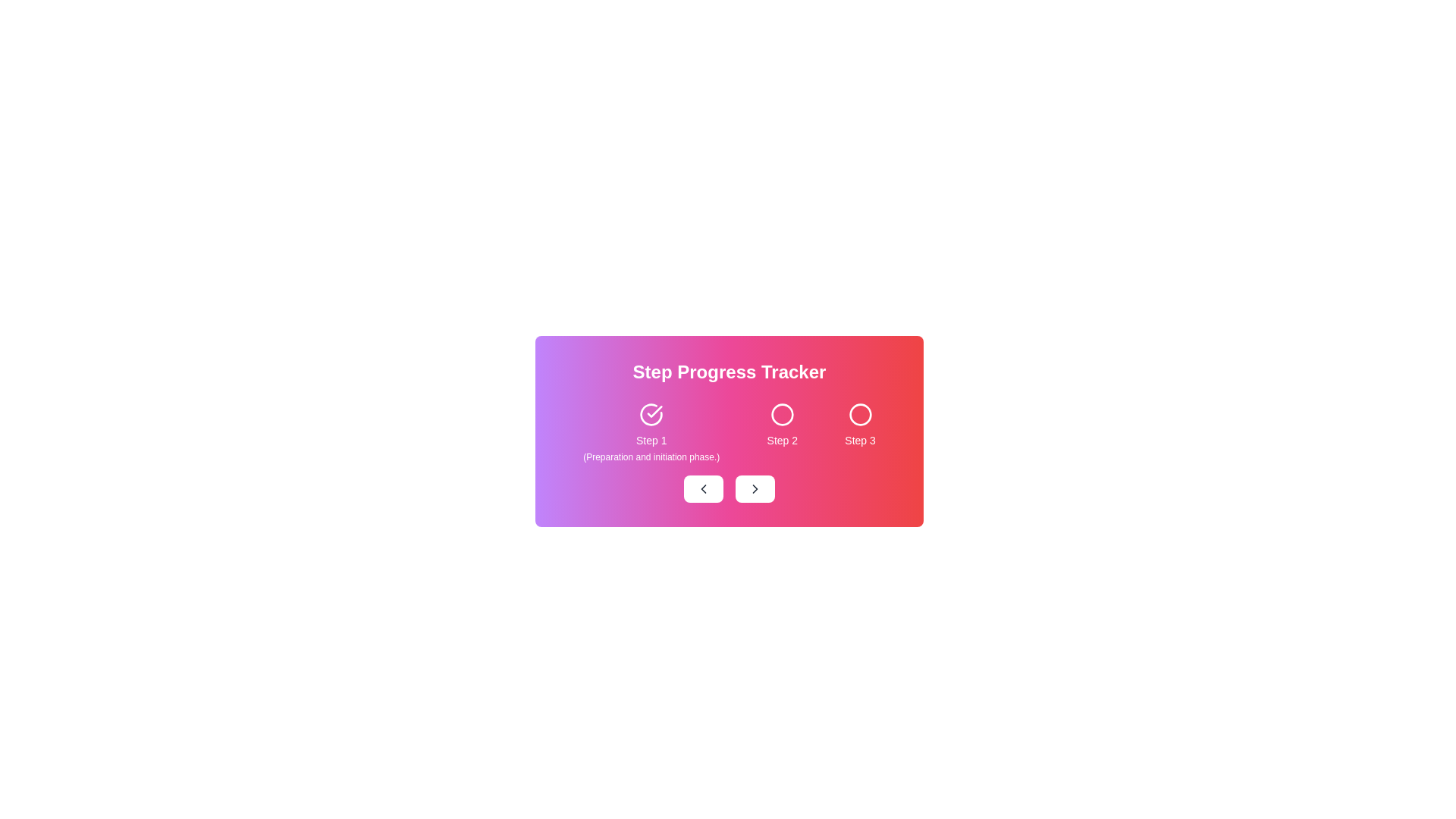 The width and height of the screenshot is (1456, 819). I want to click on the status of 'Step 1' in the progress tracker by clicking on the first icon above the text labeled 'Step 1' and '(Preparation and initiation phase.)', so click(651, 415).